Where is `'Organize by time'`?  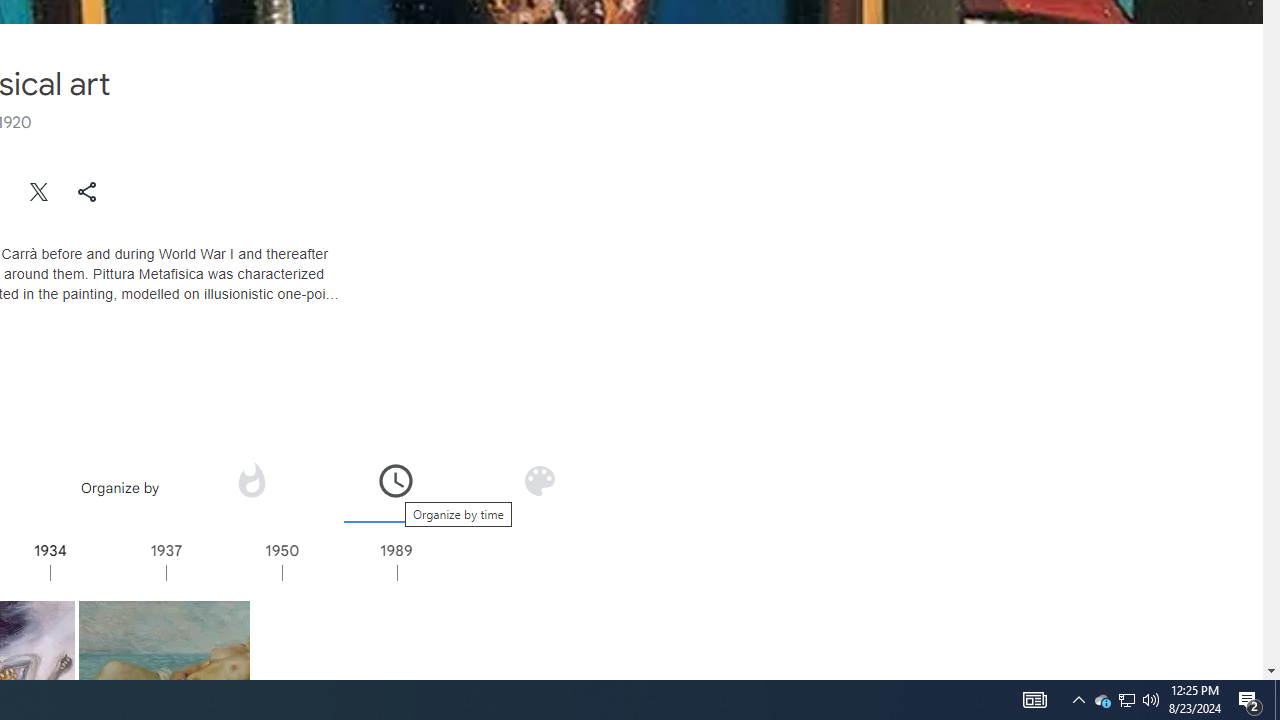
'Organize by time' is located at coordinates (395, 487).